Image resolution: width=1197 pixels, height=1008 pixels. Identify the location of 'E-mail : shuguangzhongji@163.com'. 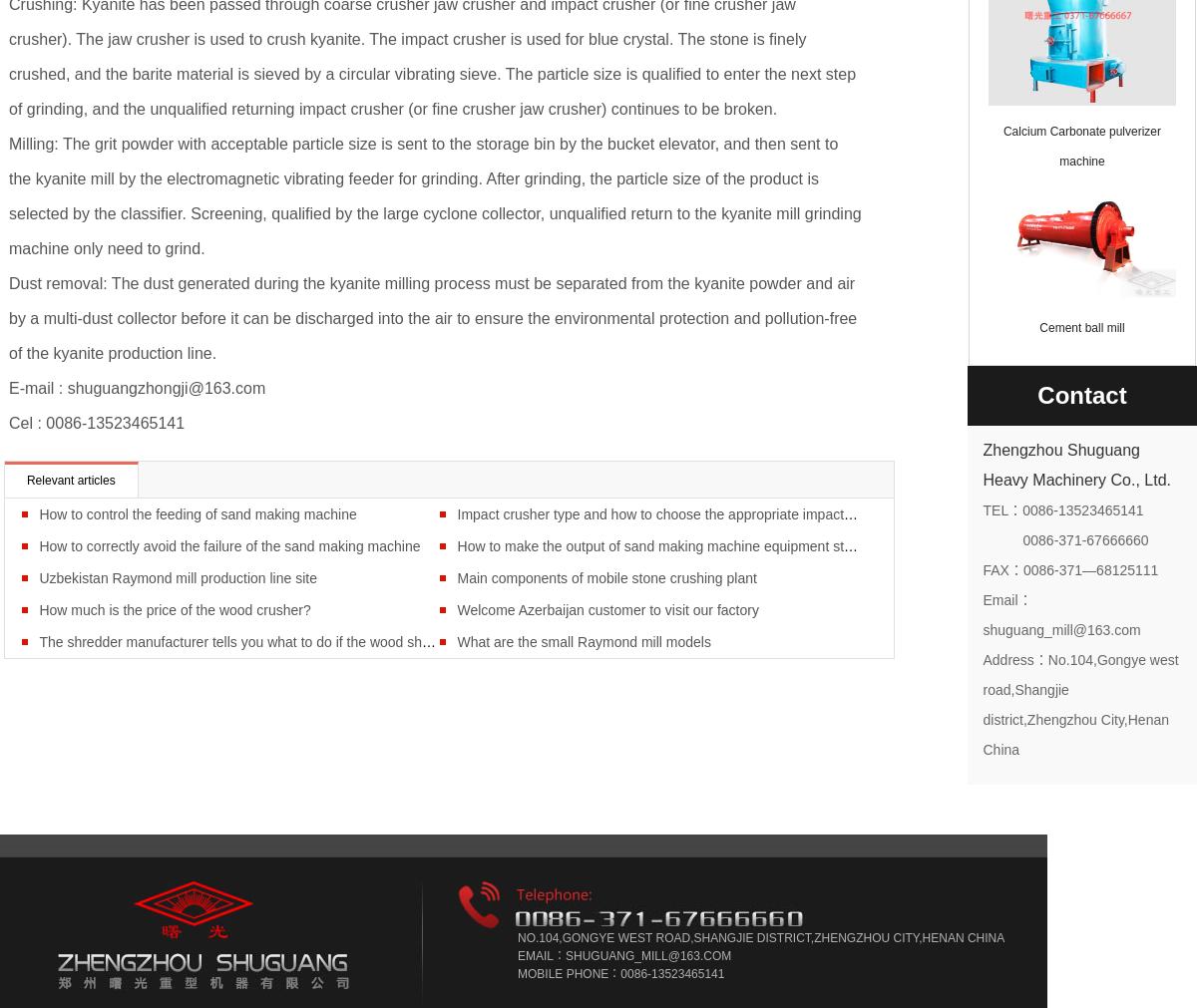
(9, 386).